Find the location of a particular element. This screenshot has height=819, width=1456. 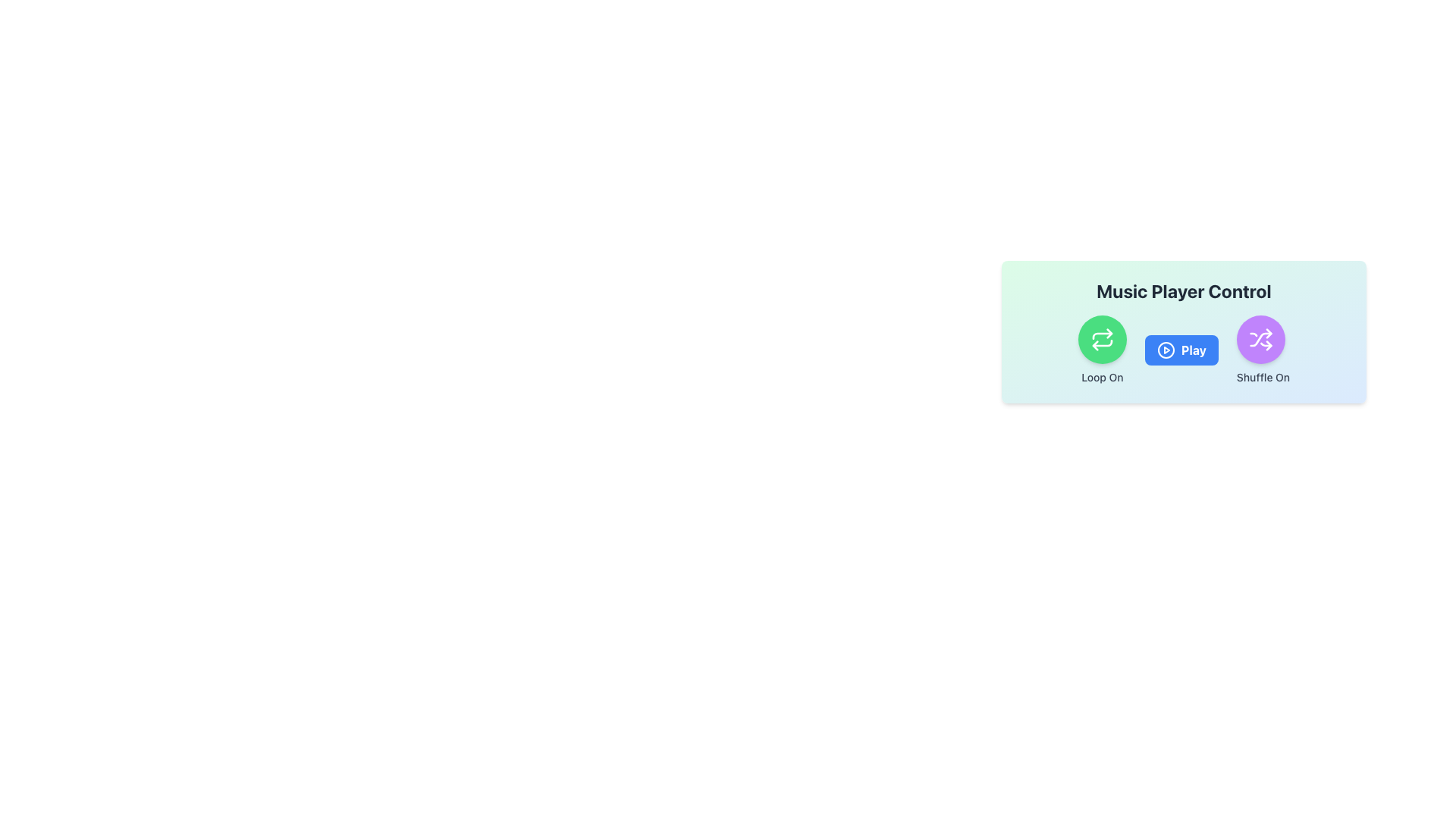

the small triangular arrow-like glyph element that is part of the looping icon in the 'Music Player Control' interface, located in the top-right corner of the icon is located at coordinates (1109, 332).